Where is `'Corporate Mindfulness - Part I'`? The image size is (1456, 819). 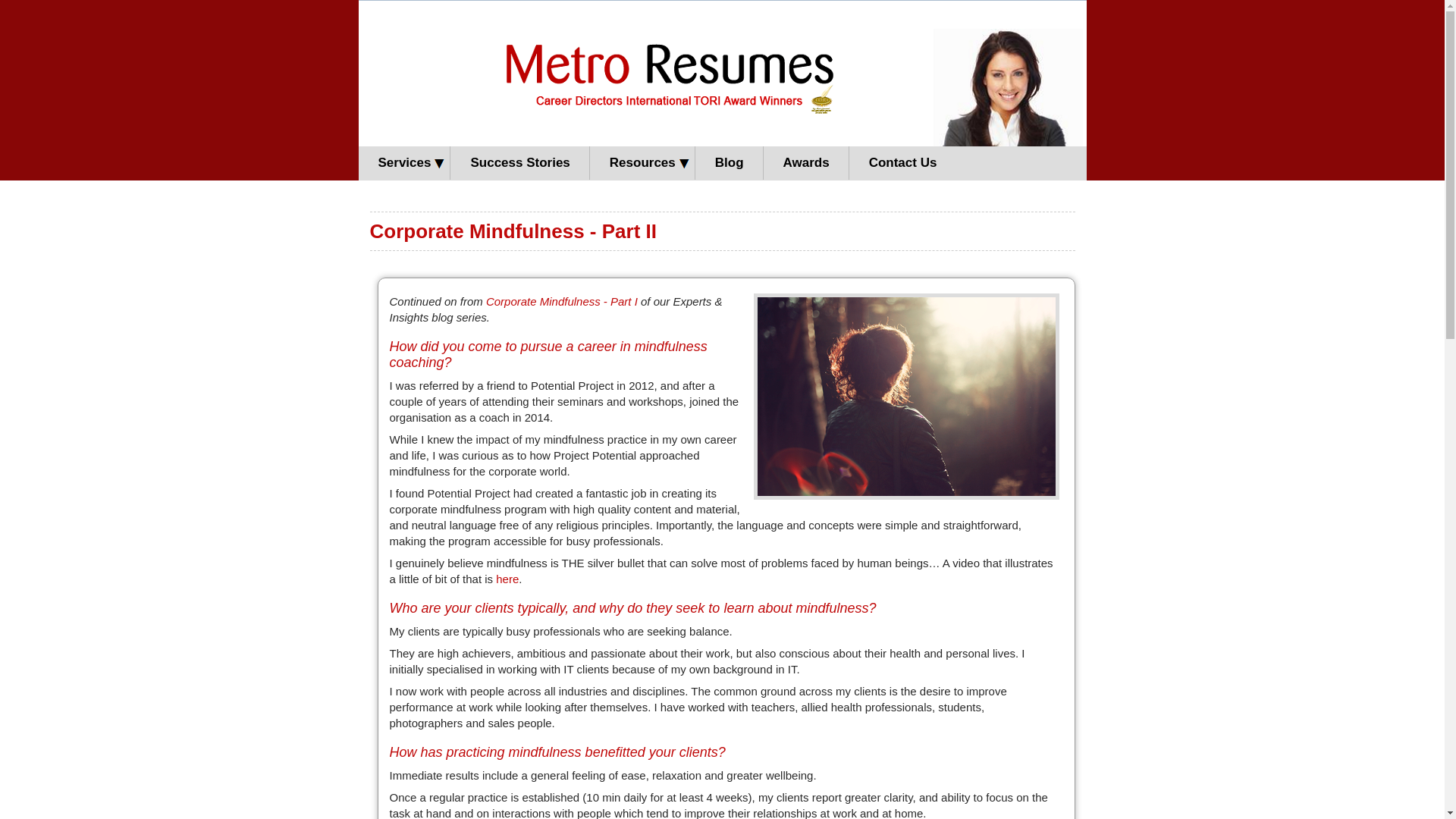
'Corporate Mindfulness - Part I' is located at coordinates (560, 301).